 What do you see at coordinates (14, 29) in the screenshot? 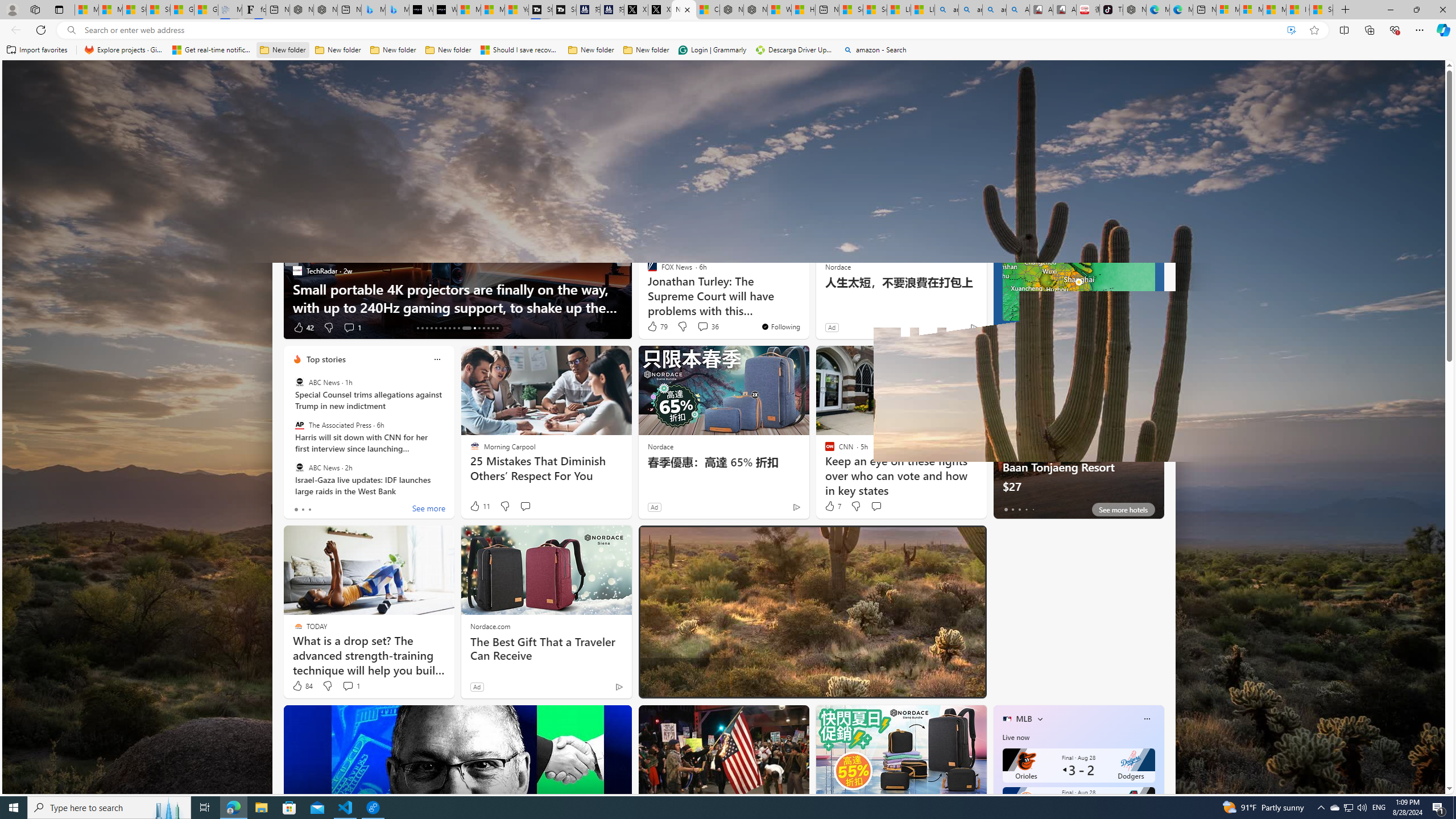
I see `'Back'` at bounding box center [14, 29].